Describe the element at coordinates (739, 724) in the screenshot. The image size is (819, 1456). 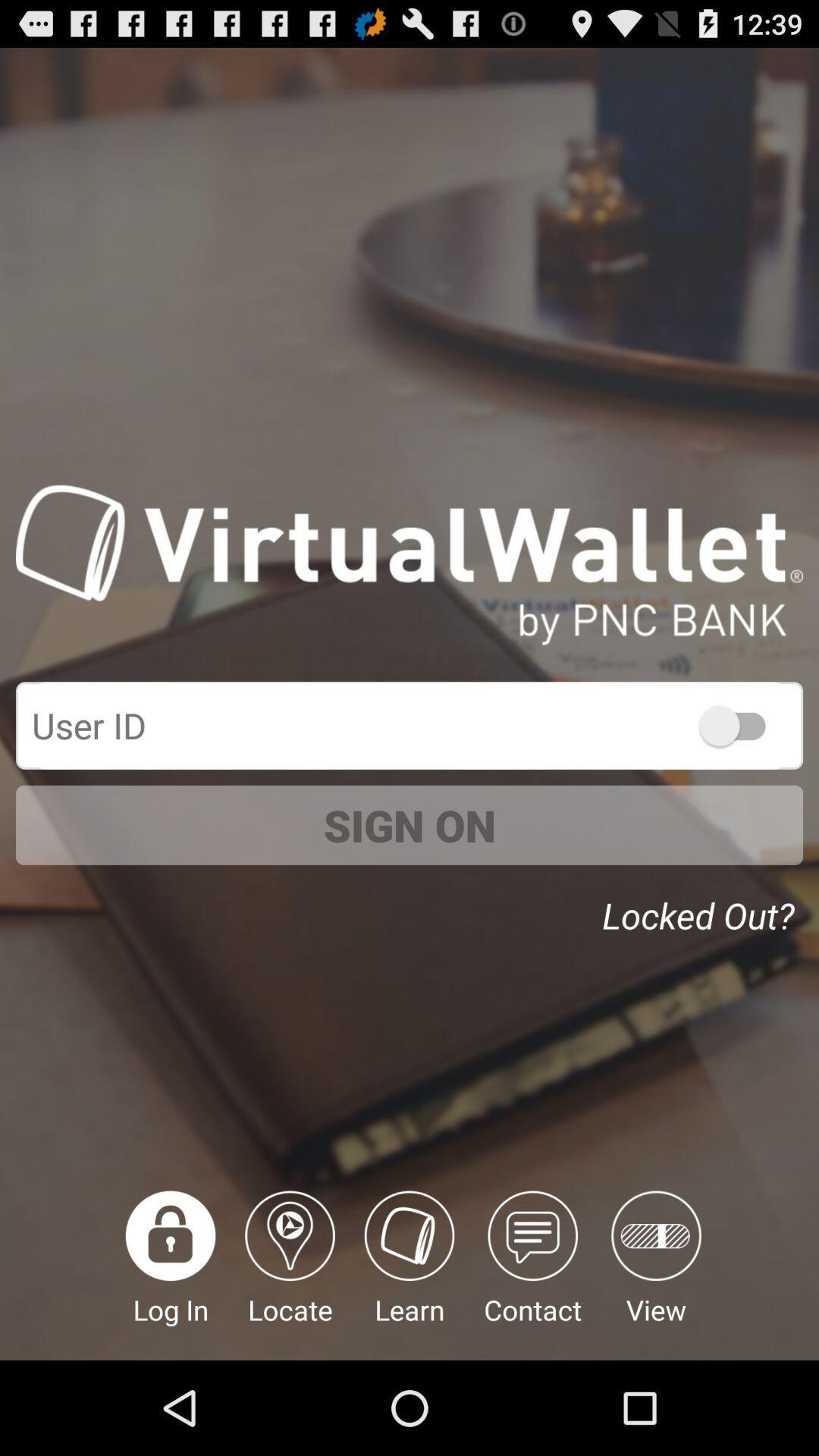
I see `switch to view user id` at that location.